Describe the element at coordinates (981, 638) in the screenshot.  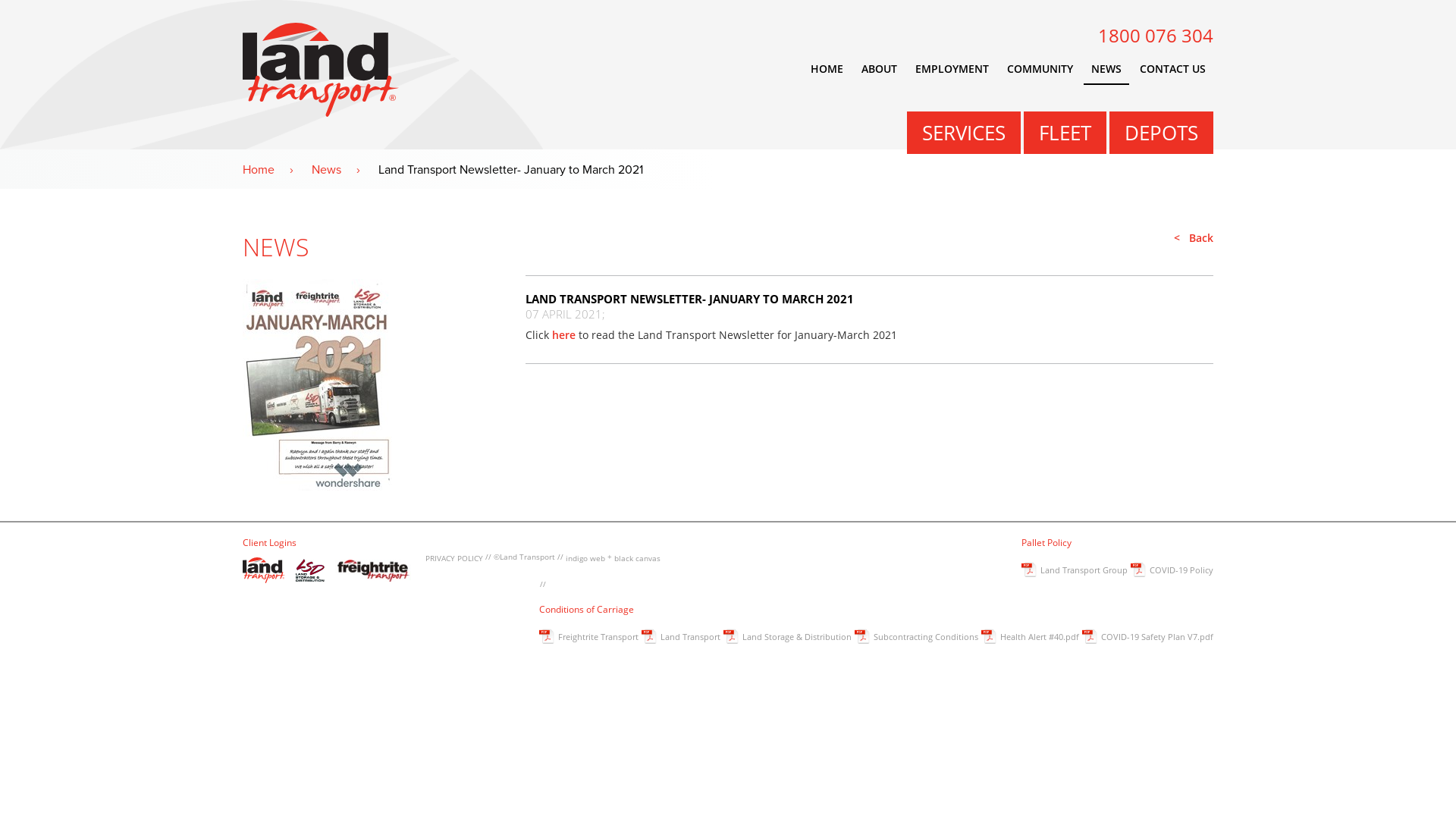
I see `'Health Alert #40.pdf'` at that location.